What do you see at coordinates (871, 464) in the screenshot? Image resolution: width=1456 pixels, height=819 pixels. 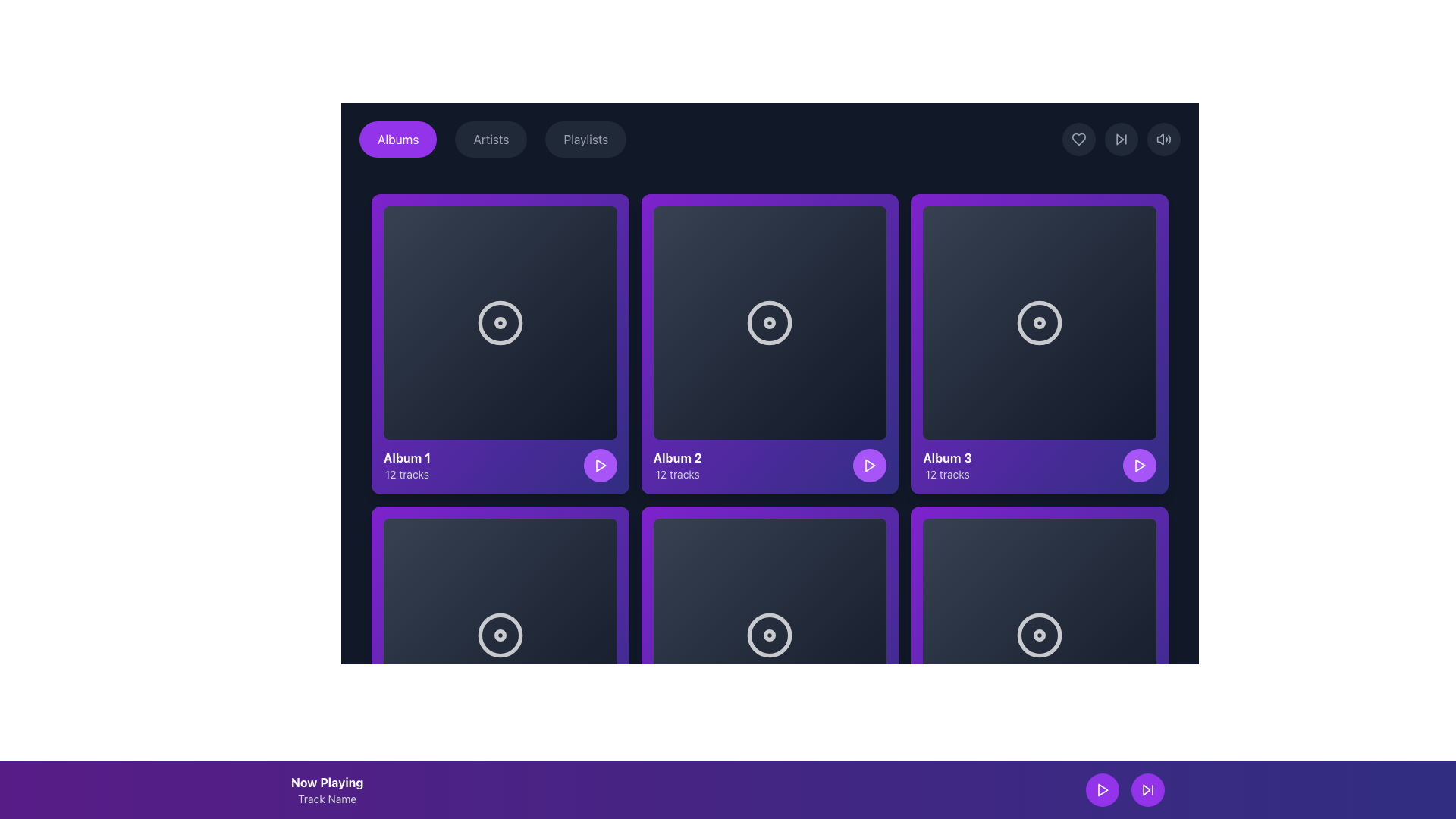 I see `the Play Icon for 'Album 2' to provide visual feedback before initiating playback` at bounding box center [871, 464].